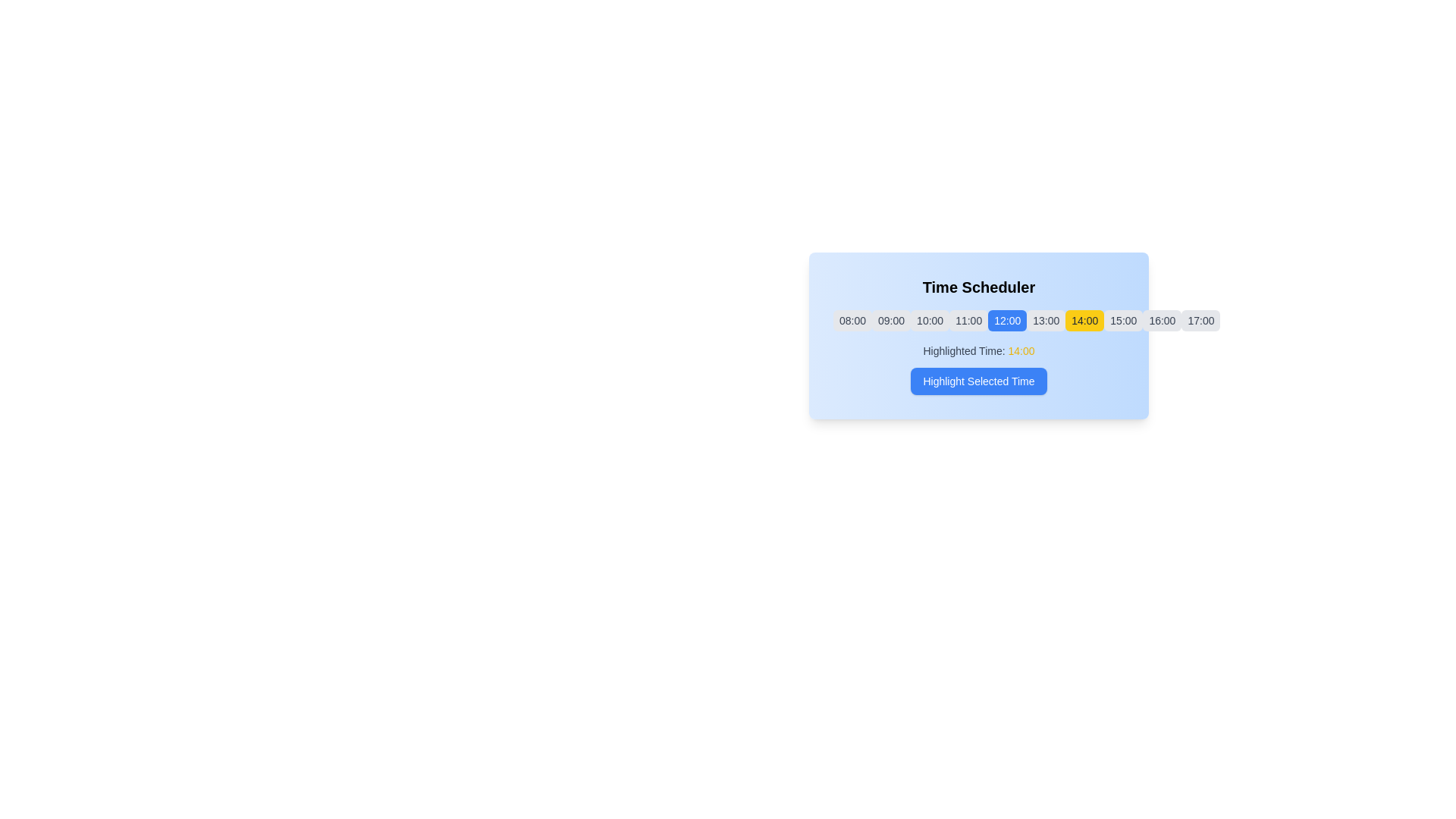 Image resolution: width=1456 pixels, height=819 pixels. I want to click on the '17:00' button, which is a rectangular button with a light gray background and rounded corners, so click(1200, 320).